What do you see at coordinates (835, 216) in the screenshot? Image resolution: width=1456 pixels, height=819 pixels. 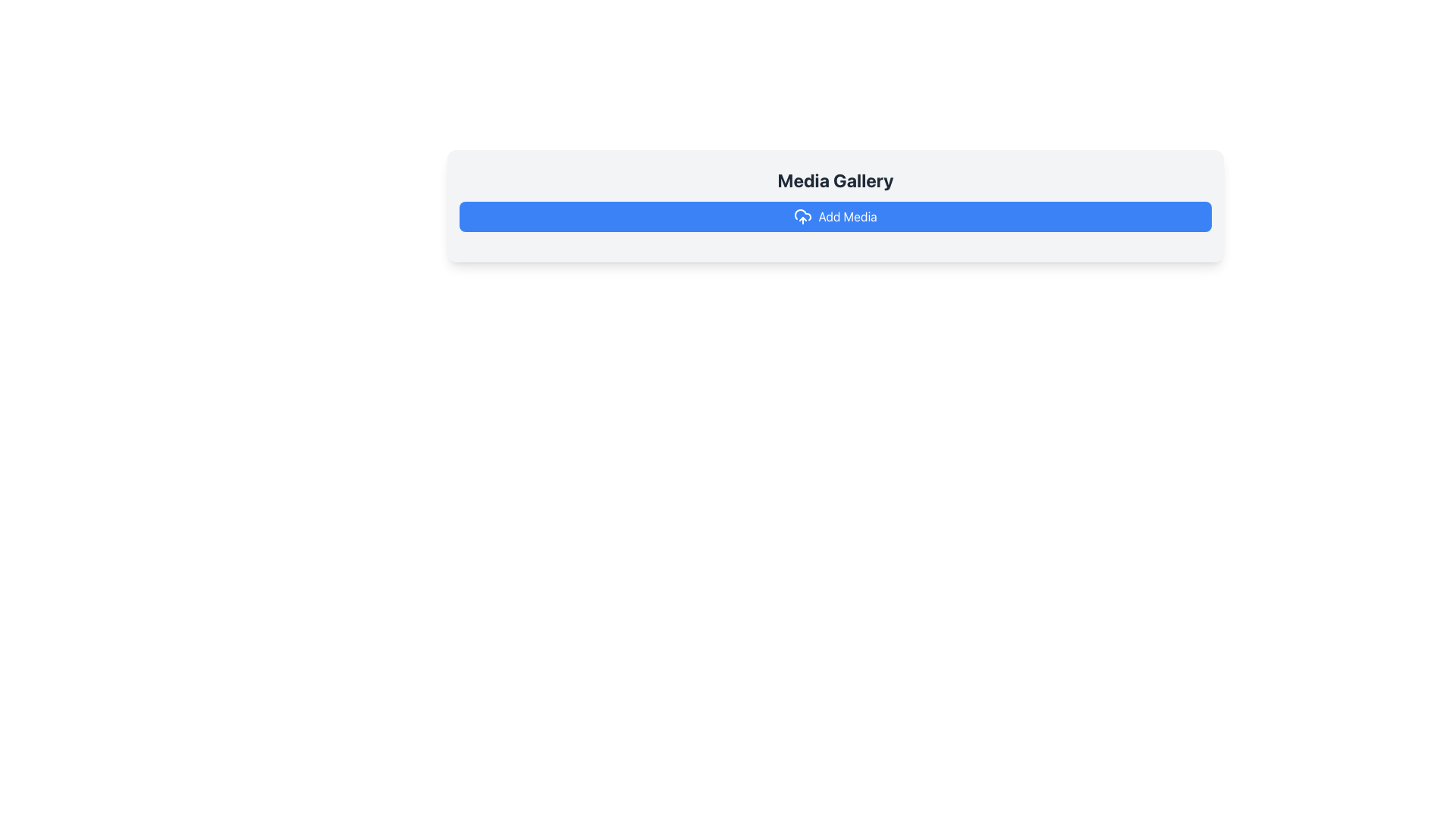 I see `the media upload button located below the 'Media Gallery' text` at bounding box center [835, 216].